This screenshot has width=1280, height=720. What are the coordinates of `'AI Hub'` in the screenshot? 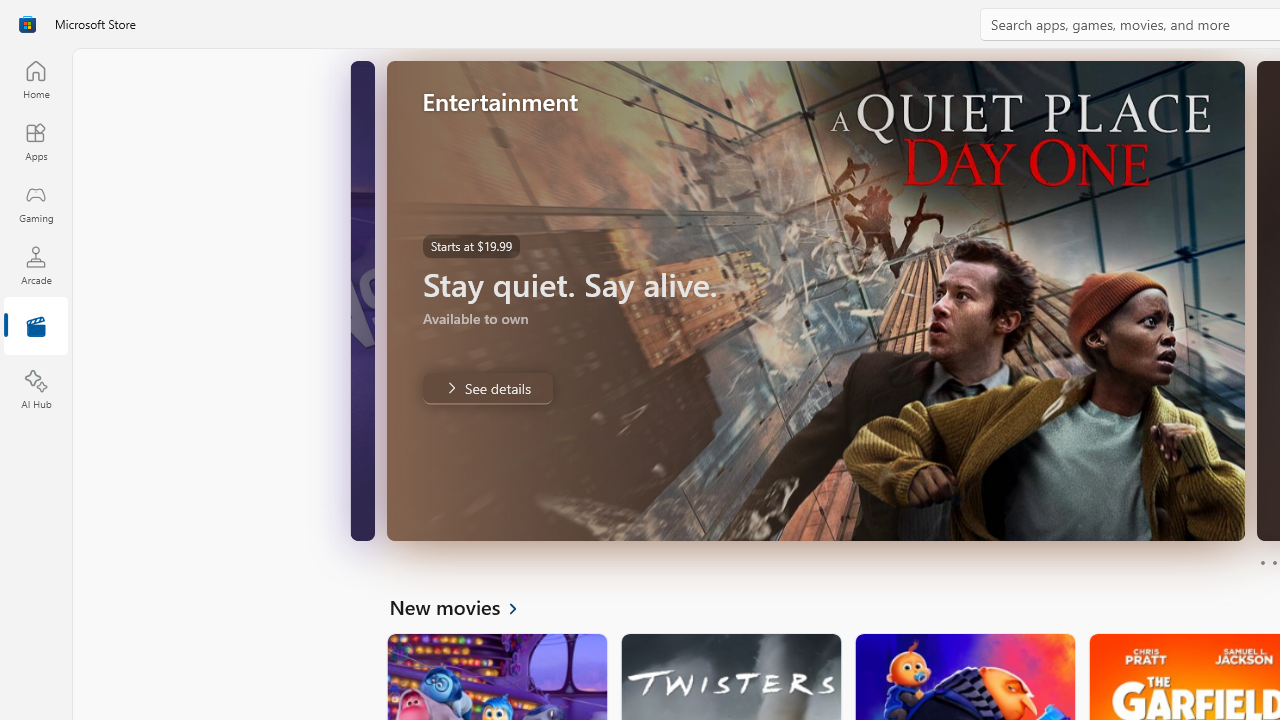 It's located at (35, 390).